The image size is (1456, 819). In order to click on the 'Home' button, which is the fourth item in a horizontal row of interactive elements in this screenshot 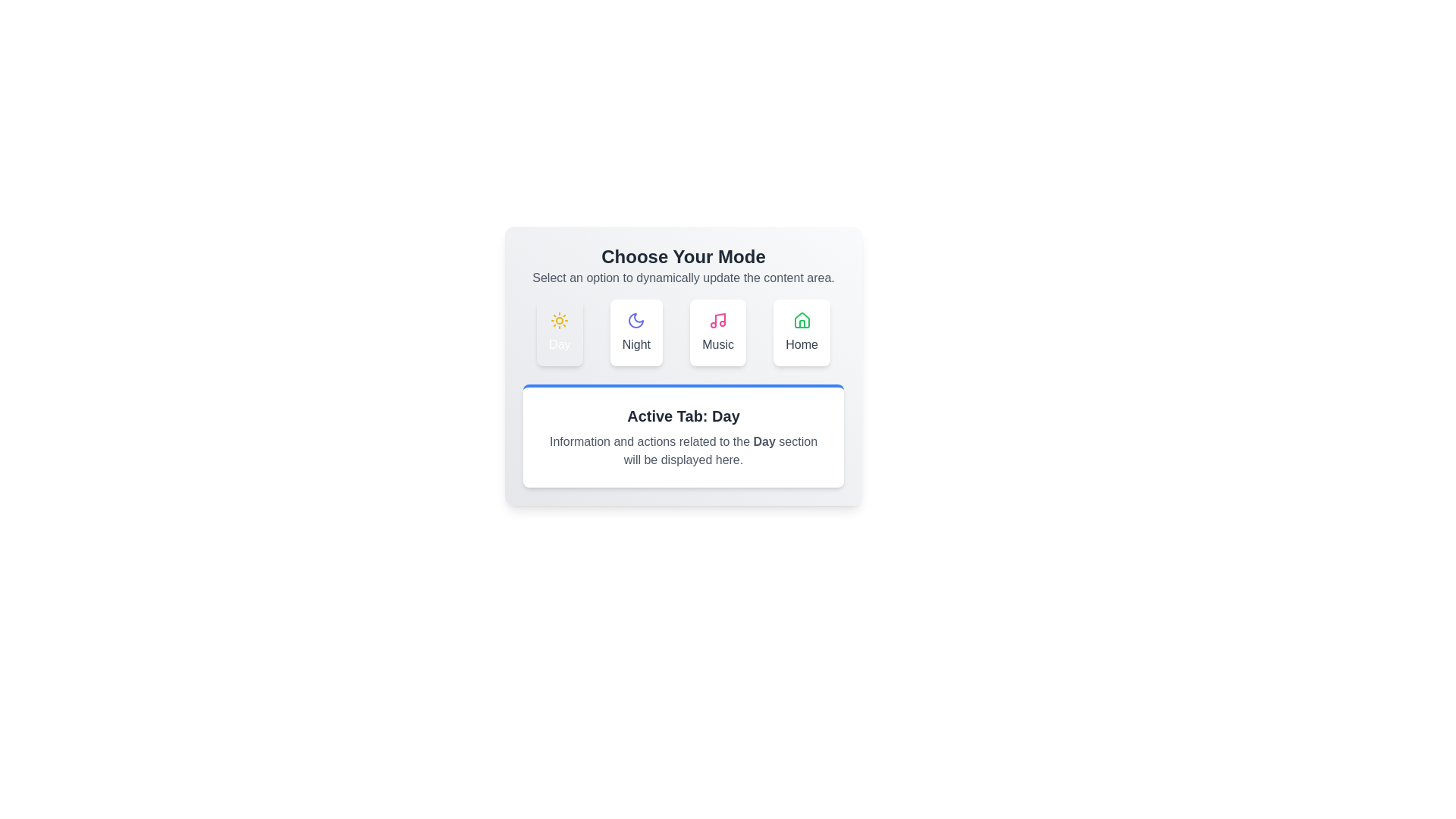, I will do `click(801, 332)`.